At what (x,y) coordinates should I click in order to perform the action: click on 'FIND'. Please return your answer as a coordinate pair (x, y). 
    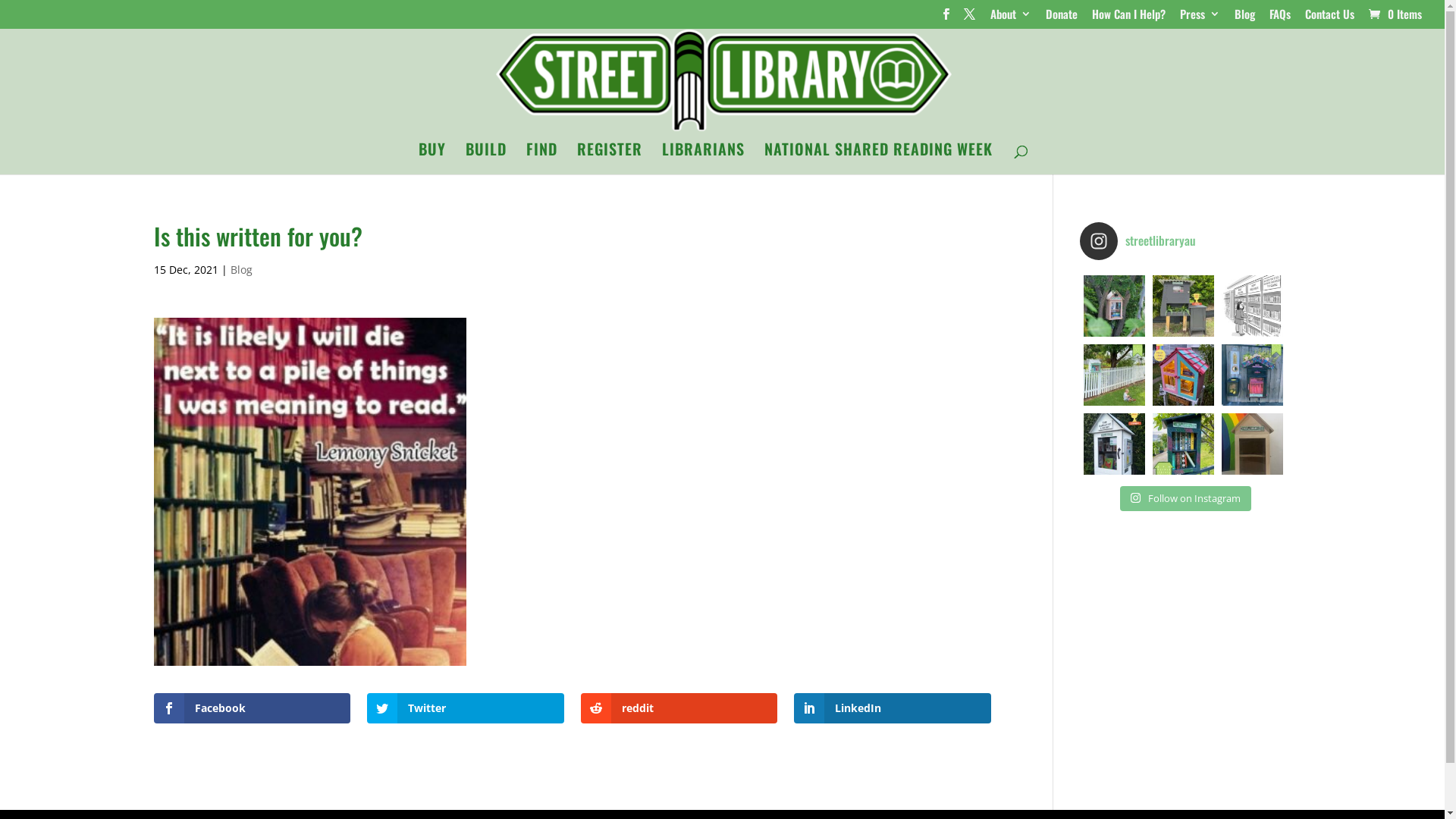
    Looking at the image, I should click on (541, 158).